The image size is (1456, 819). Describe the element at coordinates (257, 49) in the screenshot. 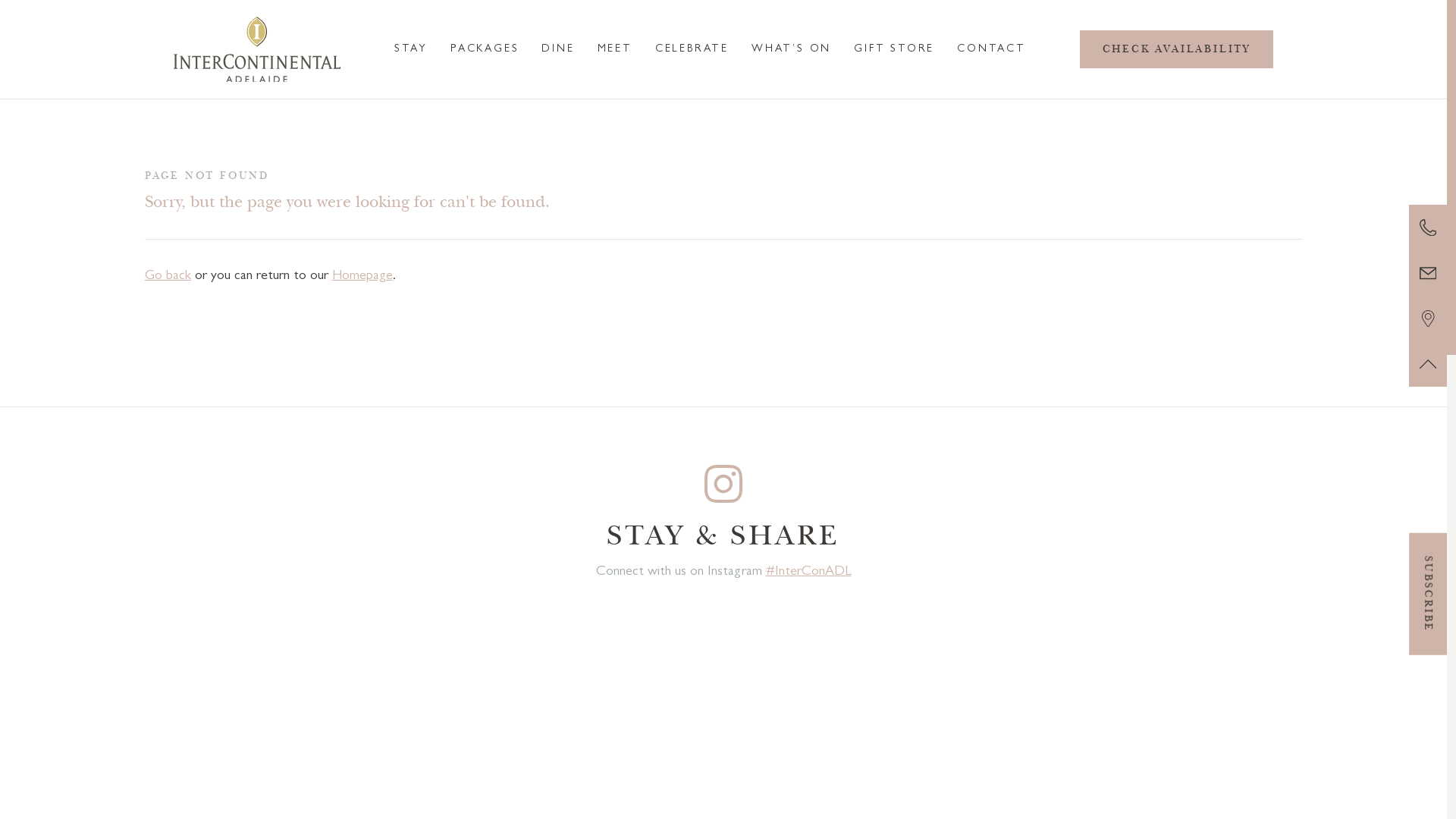

I see `'InterContinental Adelaide'` at that location.